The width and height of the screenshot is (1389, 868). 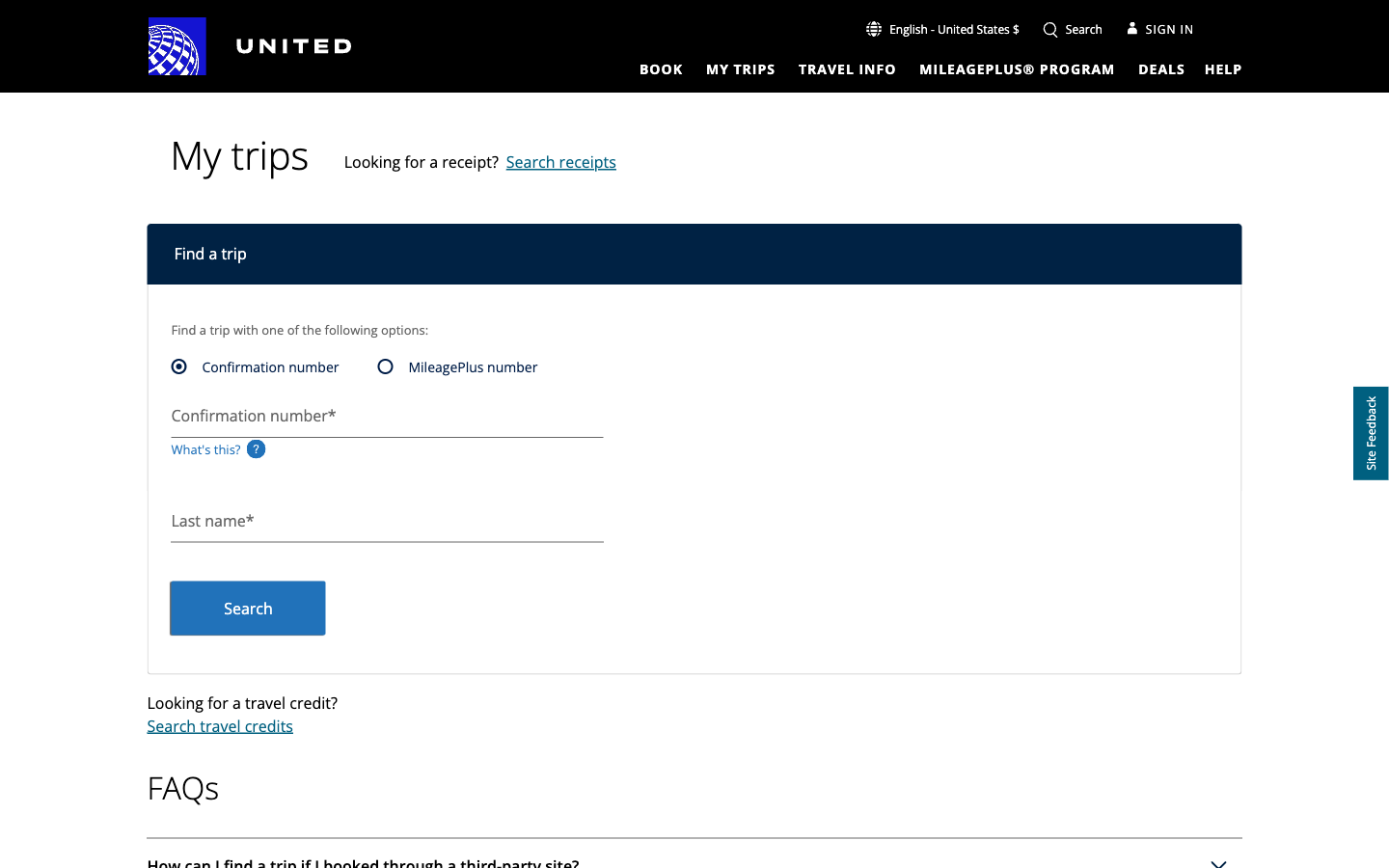 I want to click on If the meaning of confirmation button is not clear, find assistance by clicking on the help button, so click(x=1223, y=68).